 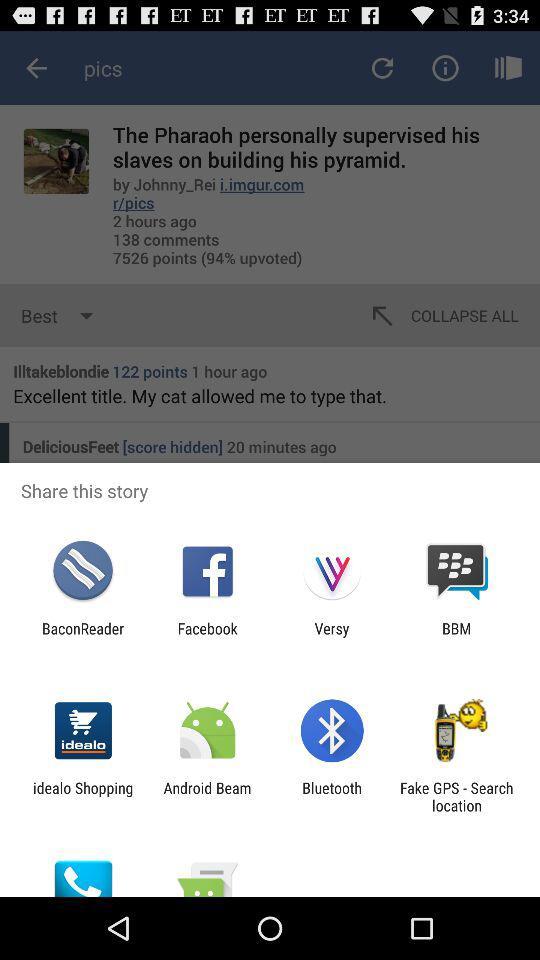 What do you see at coordinates (82, 636) in the screenshot?
I see `icon to the left of the facebook item` at bounding box center [82, 636].